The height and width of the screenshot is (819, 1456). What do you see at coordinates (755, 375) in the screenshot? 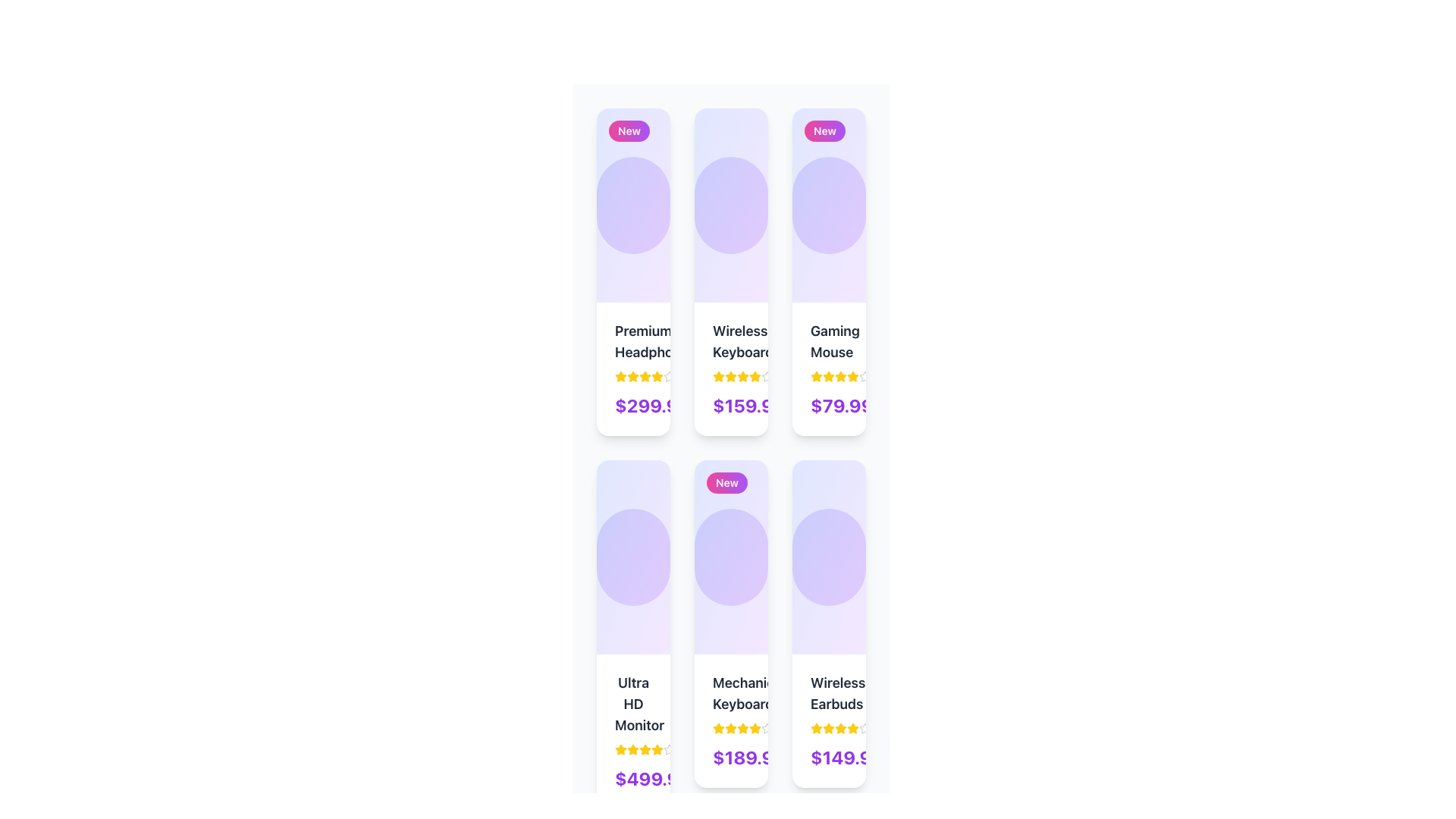
I see `the five-pointed star icon filled with yellow color, representing a rating or favorite mechanism, located below the product title 'Wireless Keyboard'` at bounding box center [755, 375].